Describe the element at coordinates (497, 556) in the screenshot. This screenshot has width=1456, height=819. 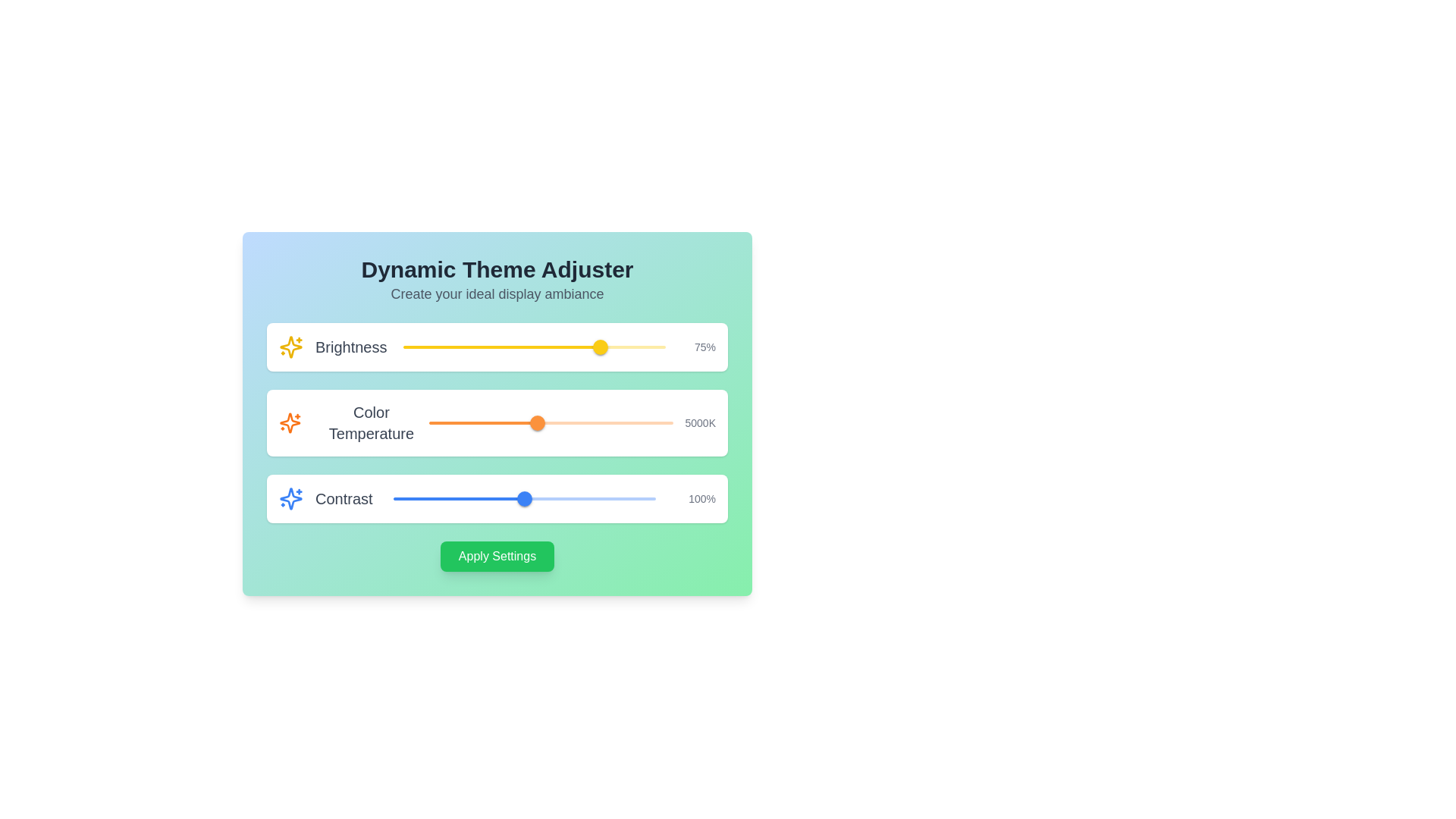
I see `the confirm button` at that location.